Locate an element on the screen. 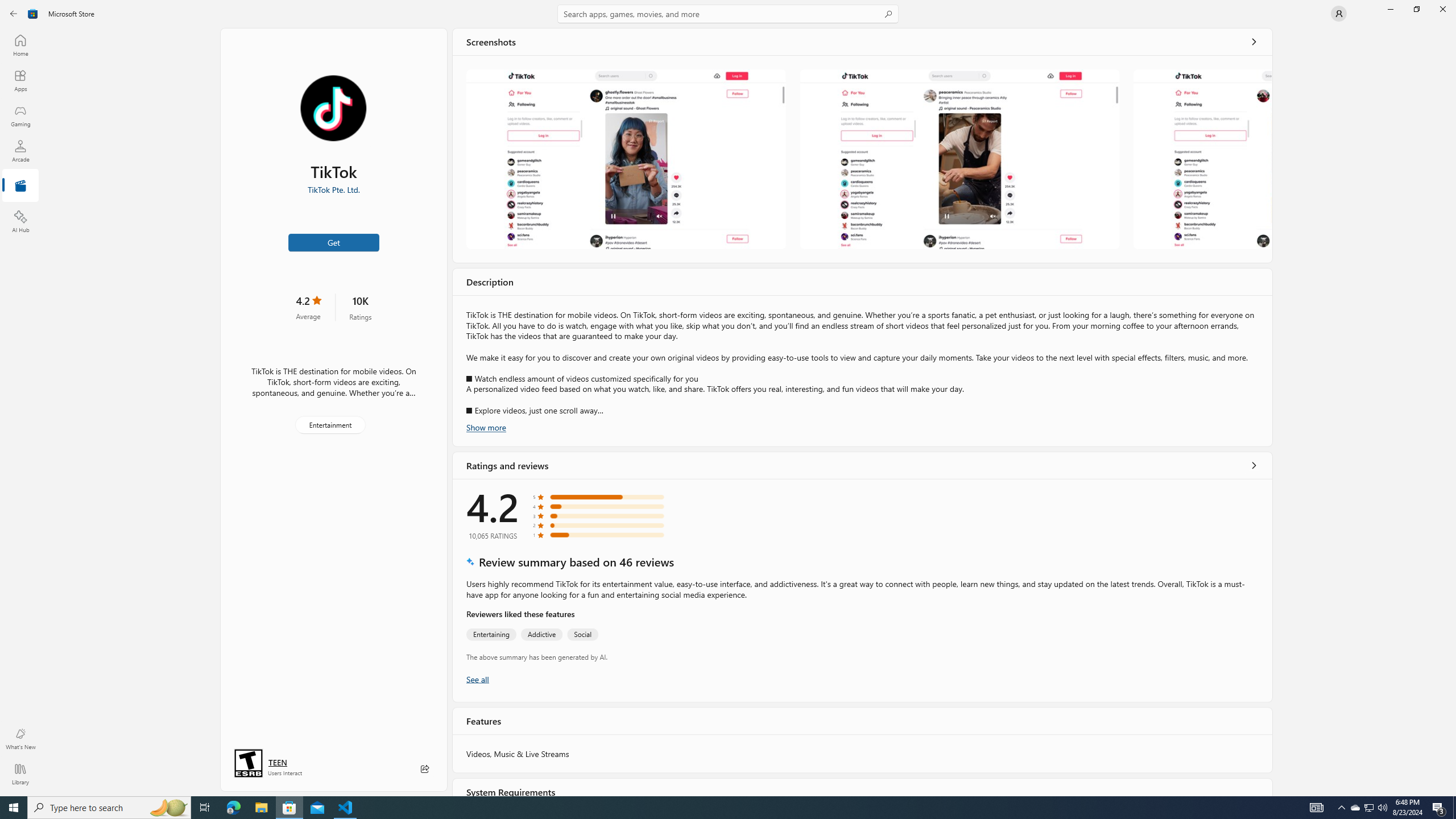 The image size is (1456, 819). 'Entertainment' is located at coordinates (329, 424).